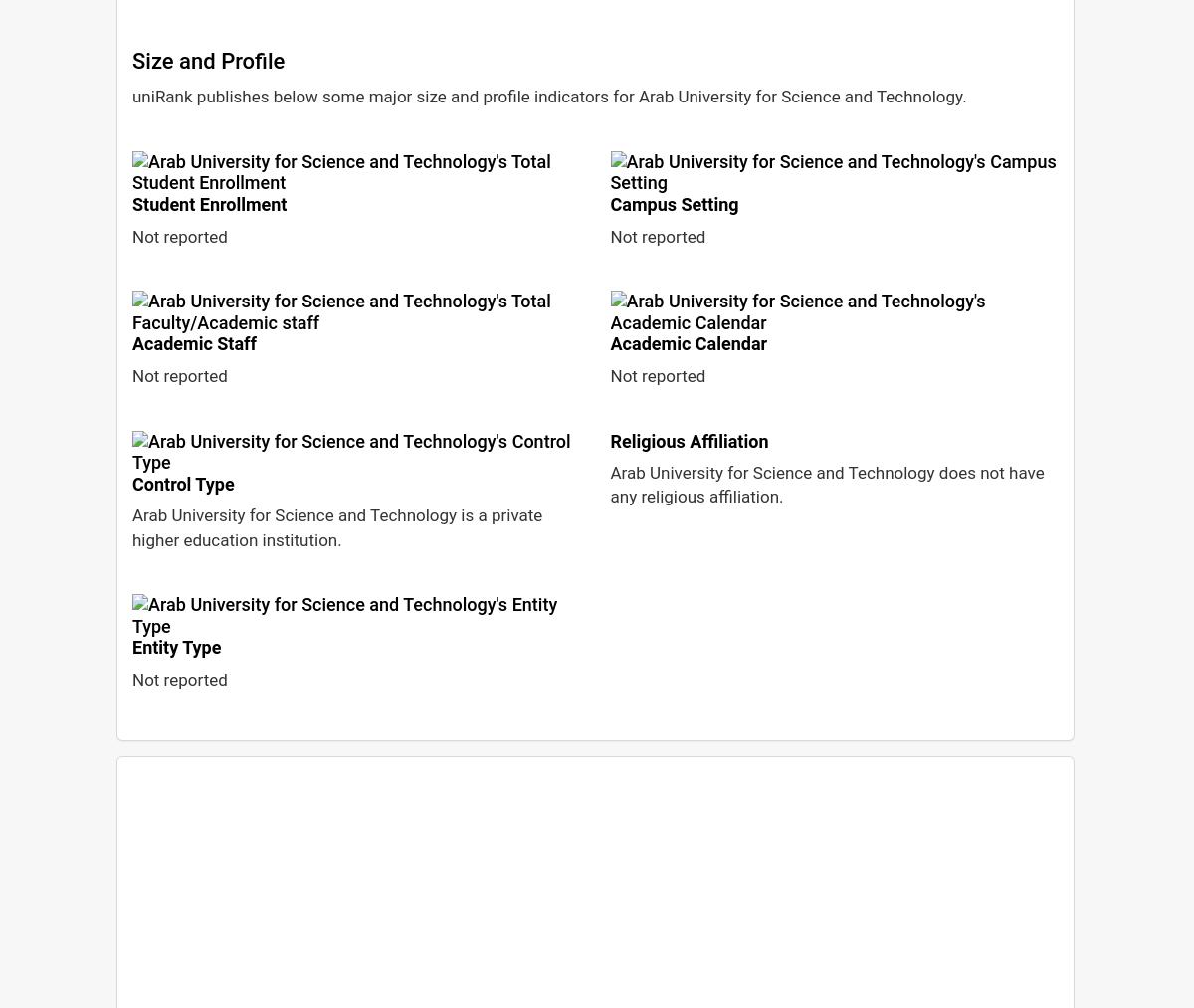 Image resolution: width=1194 pixels, height=1008 pixels. What do you see at coordinates (207, 59) in the screenshot?
I see `'Size and Profile'` at bounding box center [207, 59].